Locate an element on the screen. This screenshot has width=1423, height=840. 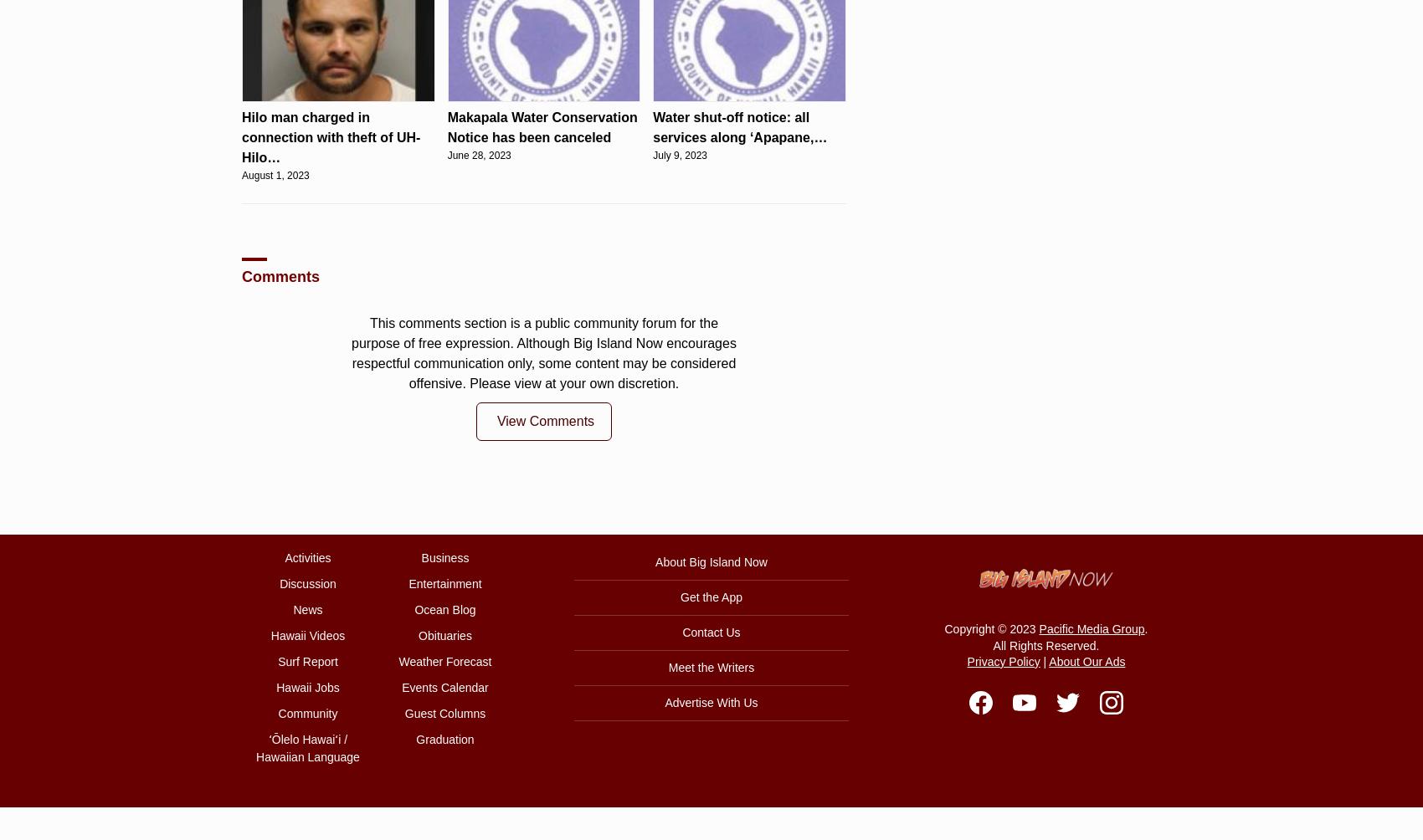
'Sales Consultant' is located at coordinates (766, 236).